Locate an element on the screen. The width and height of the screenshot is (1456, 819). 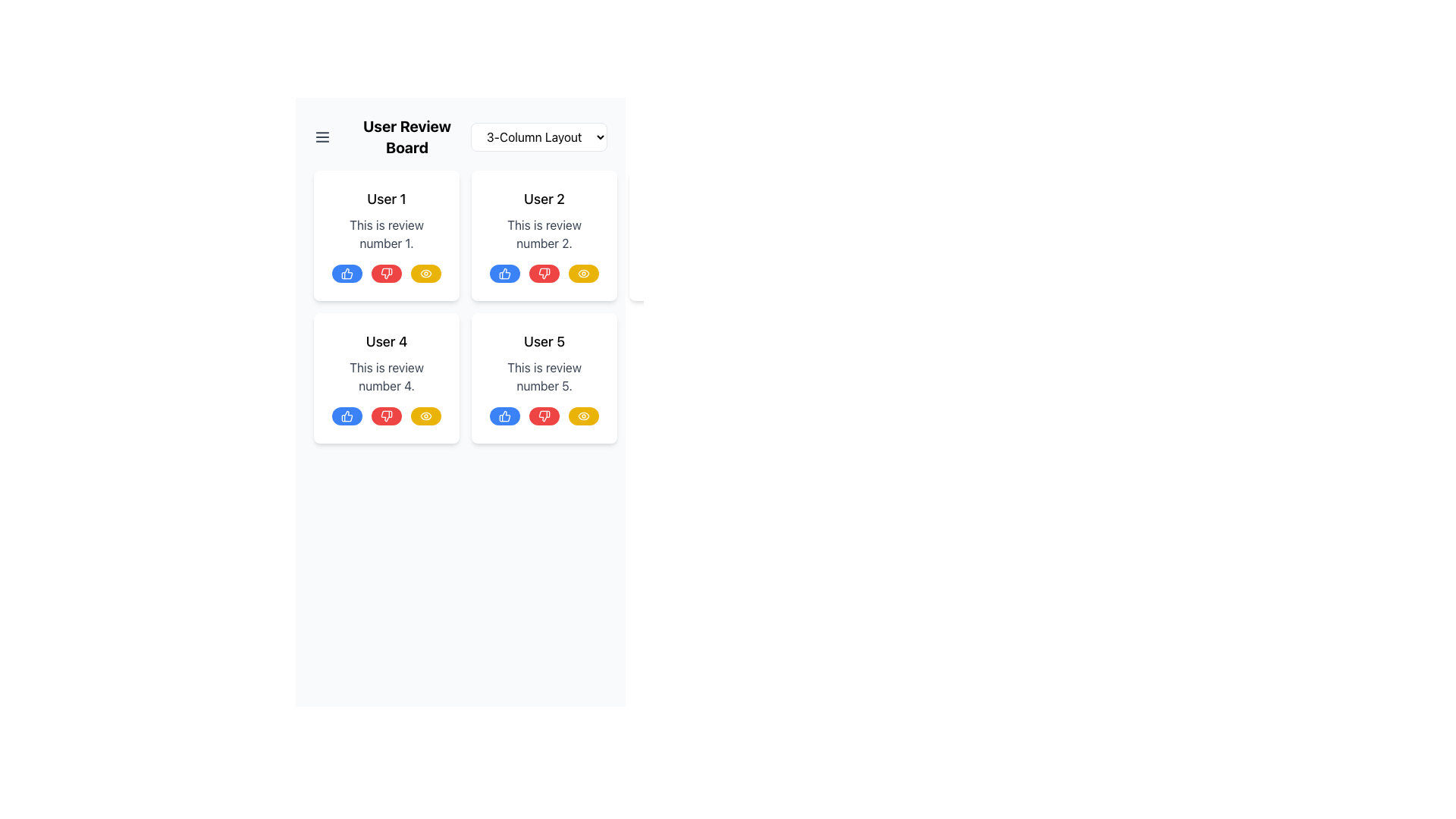
the circular button with a bright yellow background and a white eye icon located in the bottom-right corner of the 'User 5' card is located at coordinates (582, 416).